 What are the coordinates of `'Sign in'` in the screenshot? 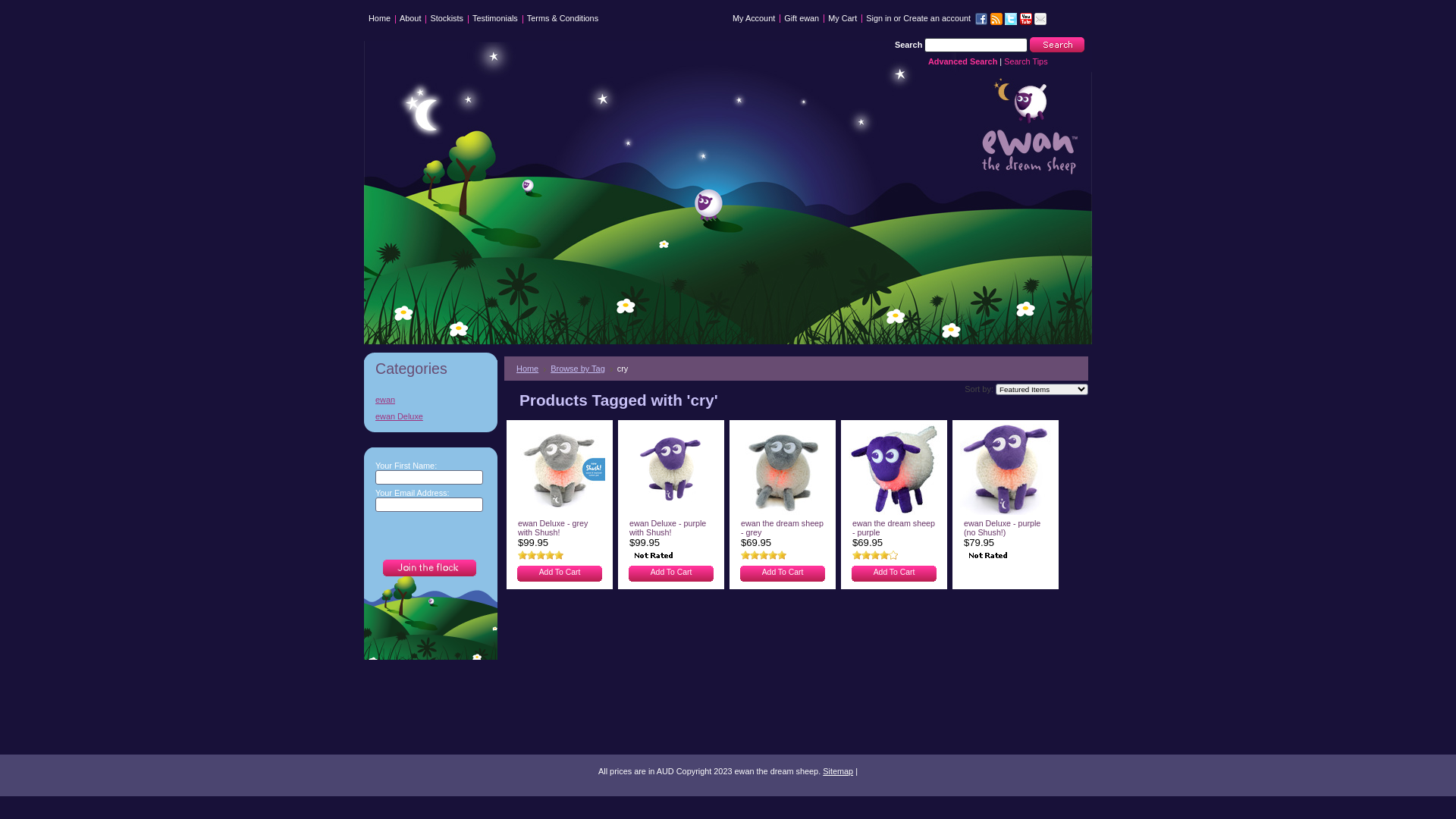 It's located at (878, 17).